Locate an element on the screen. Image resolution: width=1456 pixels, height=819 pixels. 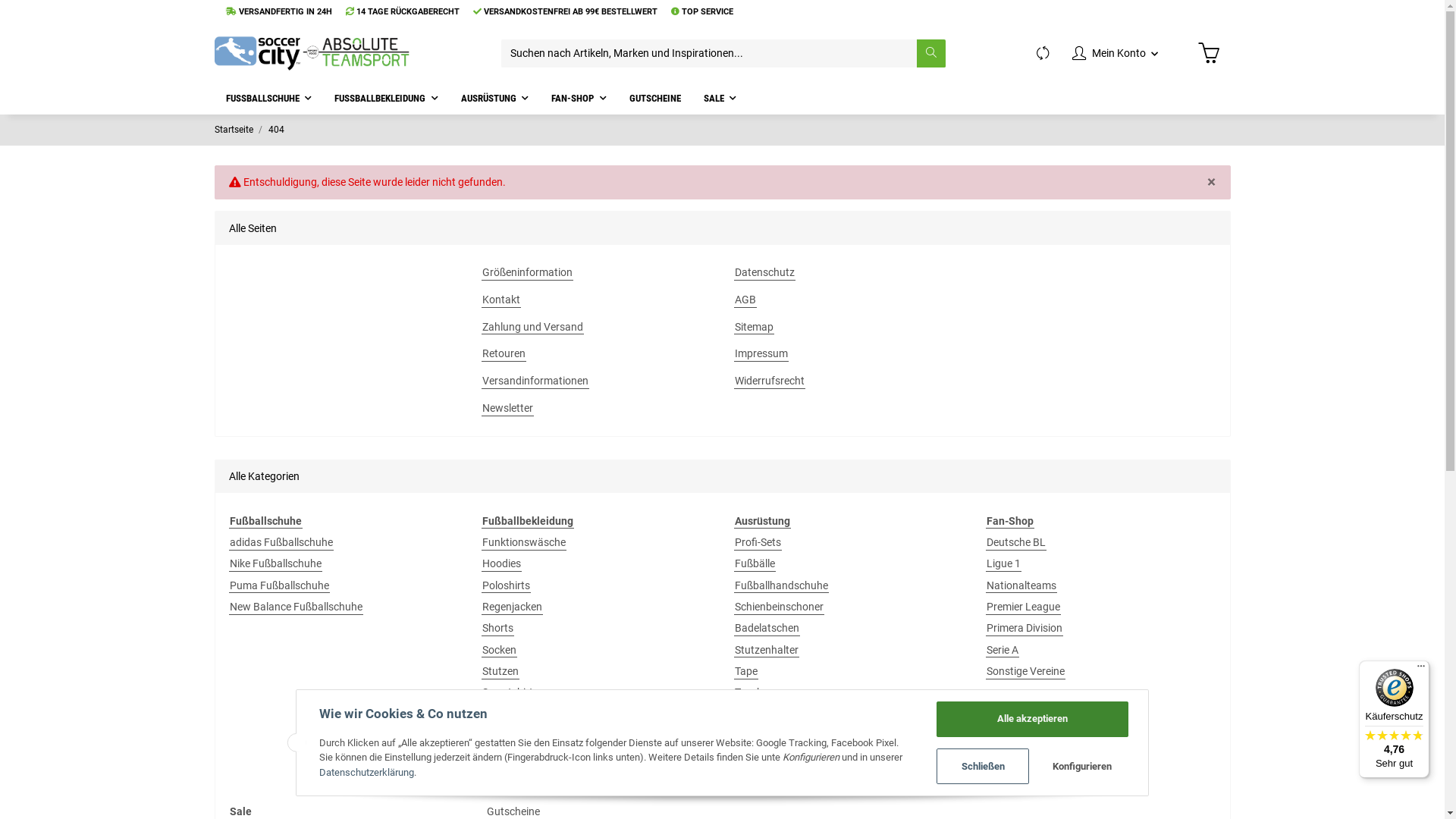
'Versandinformationen' is located at coordinates (535, 380).